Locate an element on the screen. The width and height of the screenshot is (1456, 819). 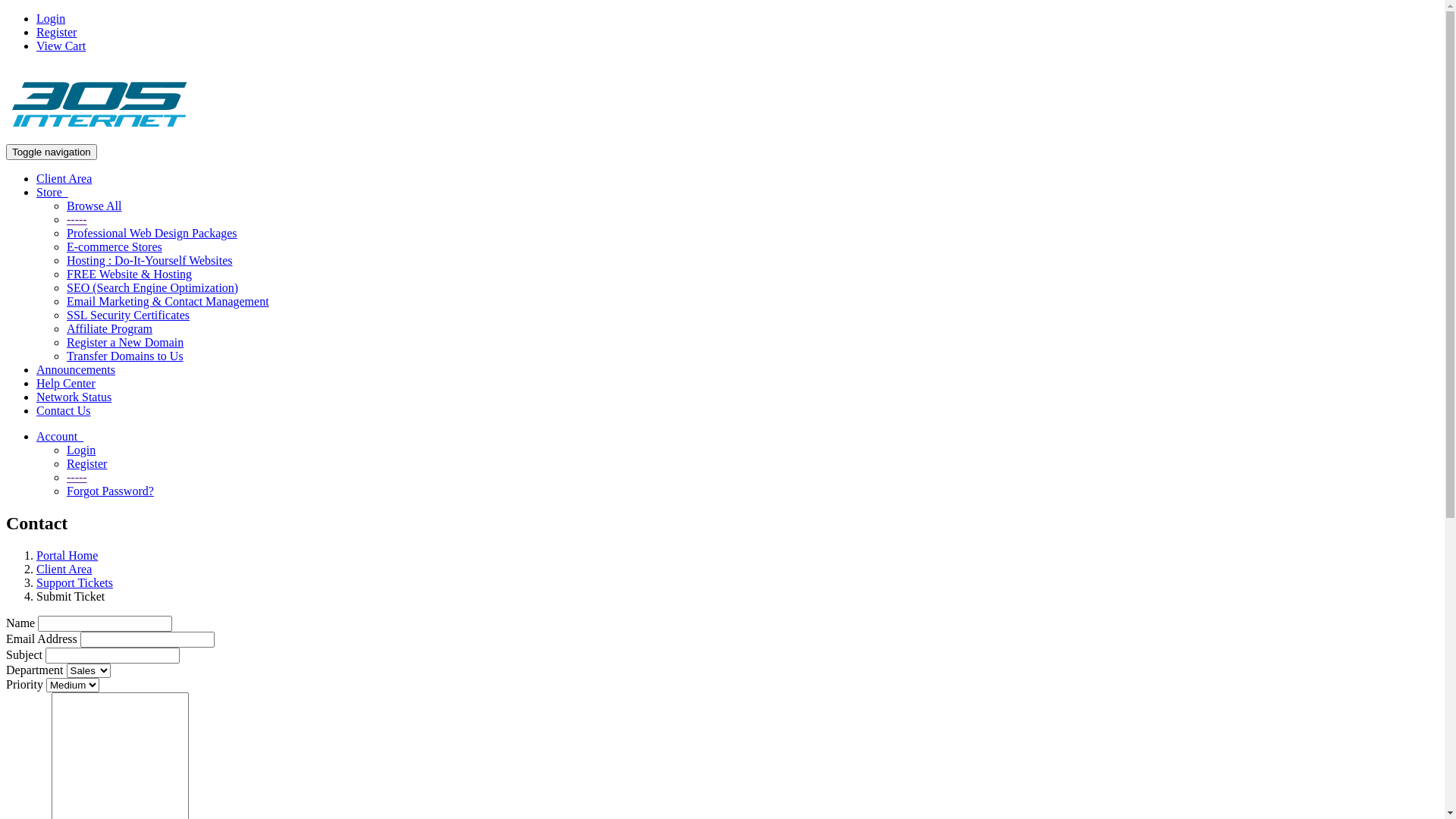
'-----' is located at coordinates (76, 219).